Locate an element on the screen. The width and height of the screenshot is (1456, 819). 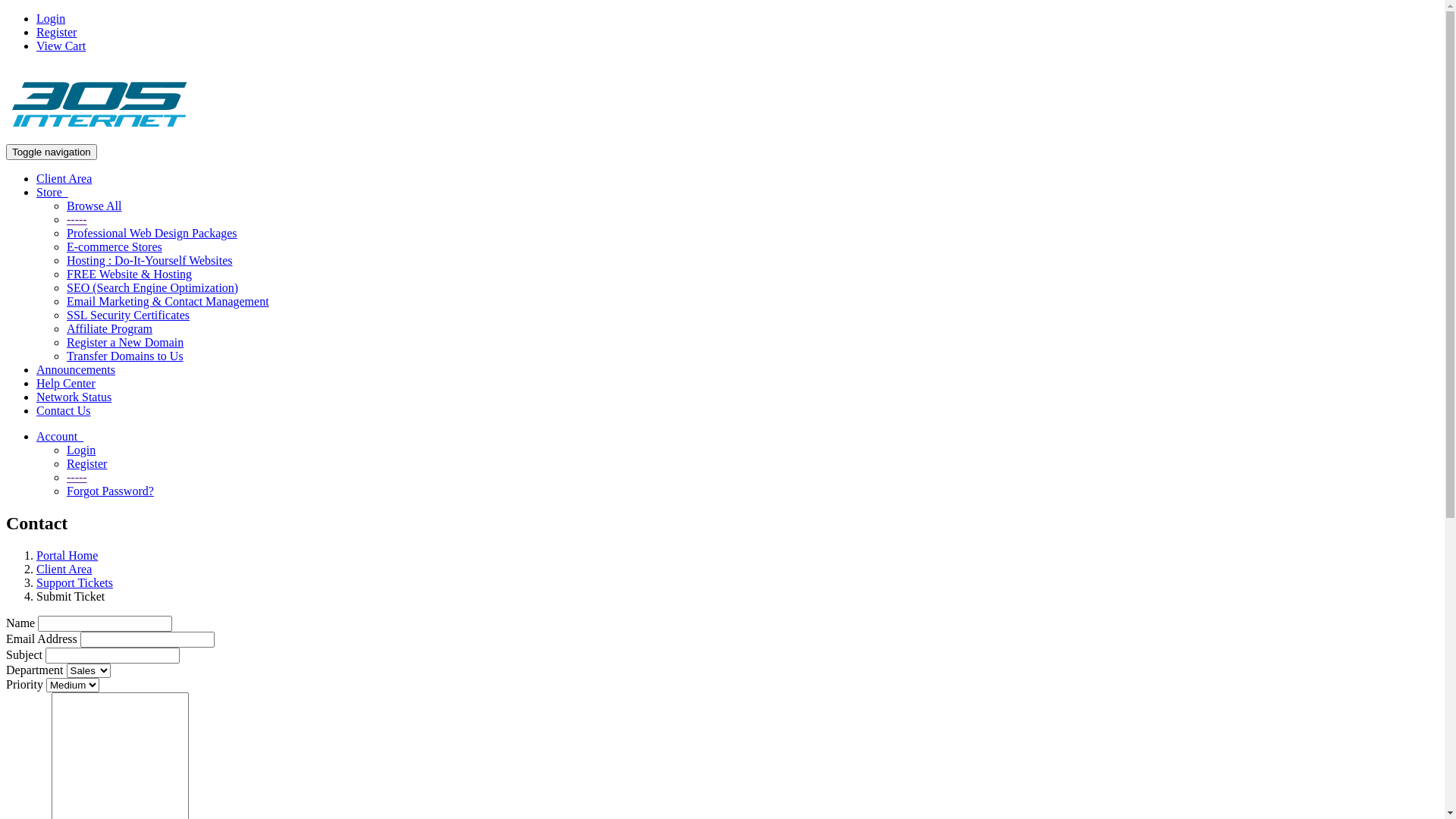
'-----' is located at coordinates (76, 219).